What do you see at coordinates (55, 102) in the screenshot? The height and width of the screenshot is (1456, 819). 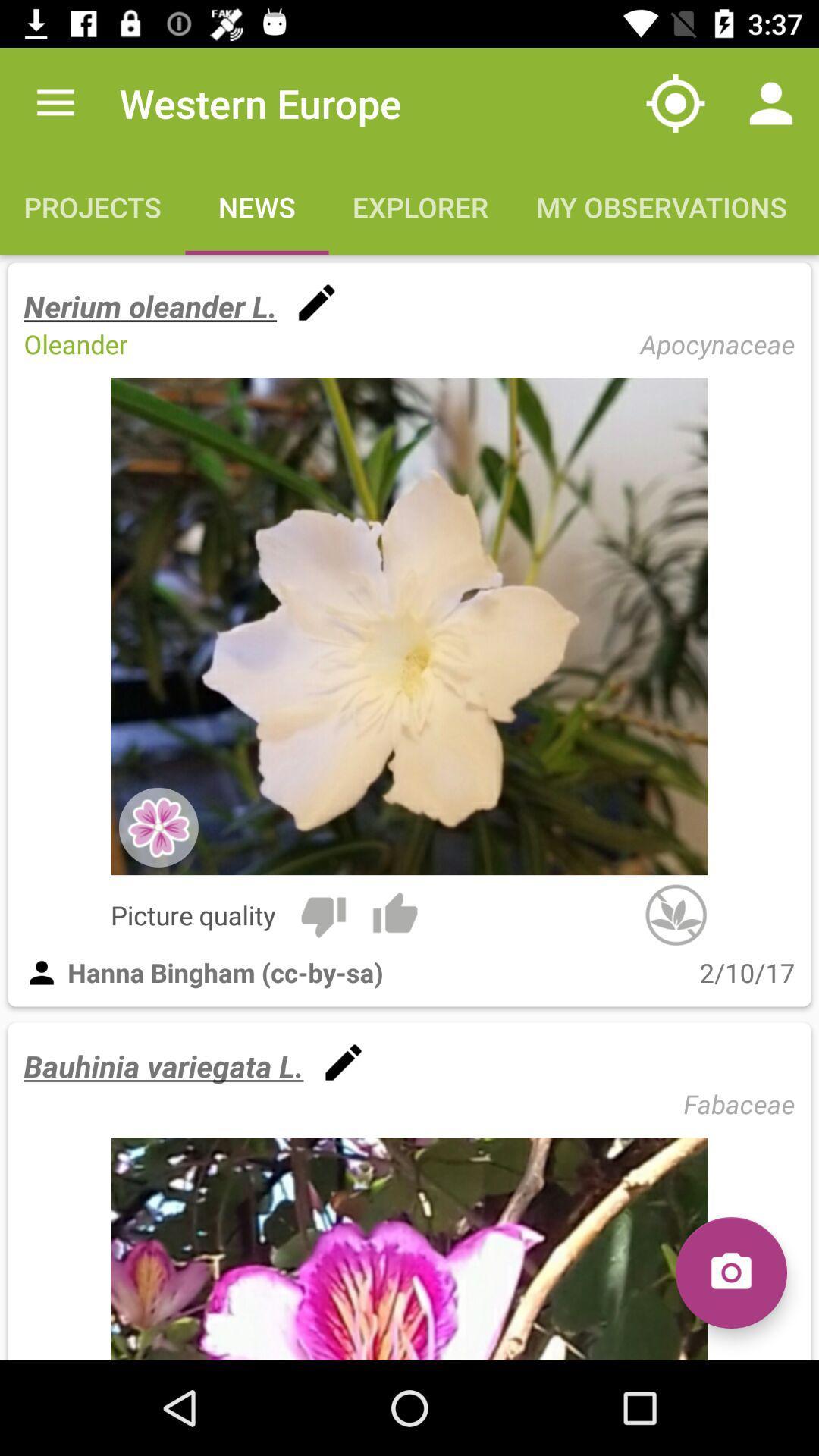 I see `the icon next to the western europe app` at bounding box center [55, 102].